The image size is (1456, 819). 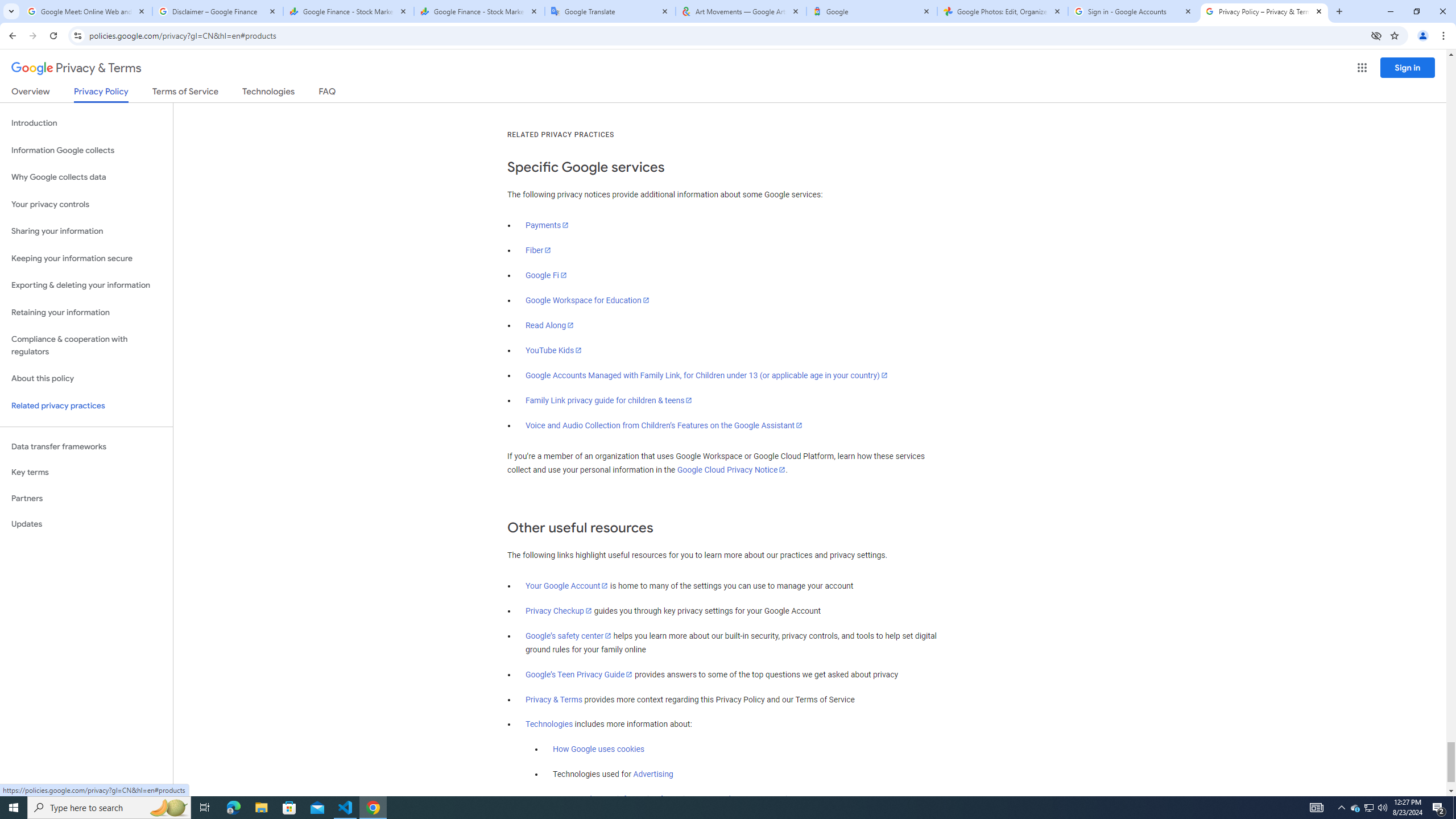 What do you see at coordinates (86, 405) in the screenshot?
I see `'Related privacy practices'` at bounding box center [86, 405].